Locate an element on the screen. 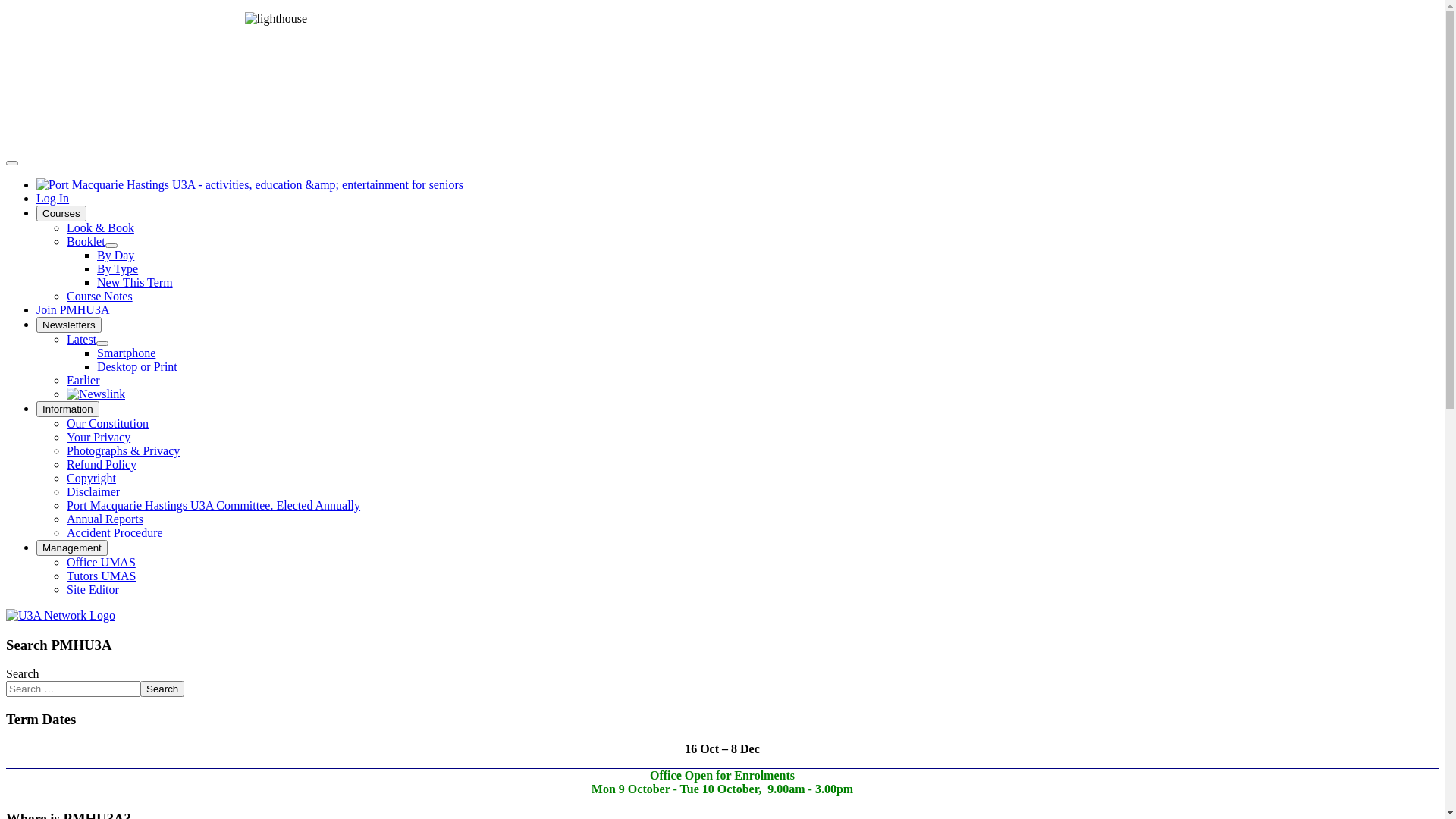  'Annual Reports' is located at coordinates (104, 518).